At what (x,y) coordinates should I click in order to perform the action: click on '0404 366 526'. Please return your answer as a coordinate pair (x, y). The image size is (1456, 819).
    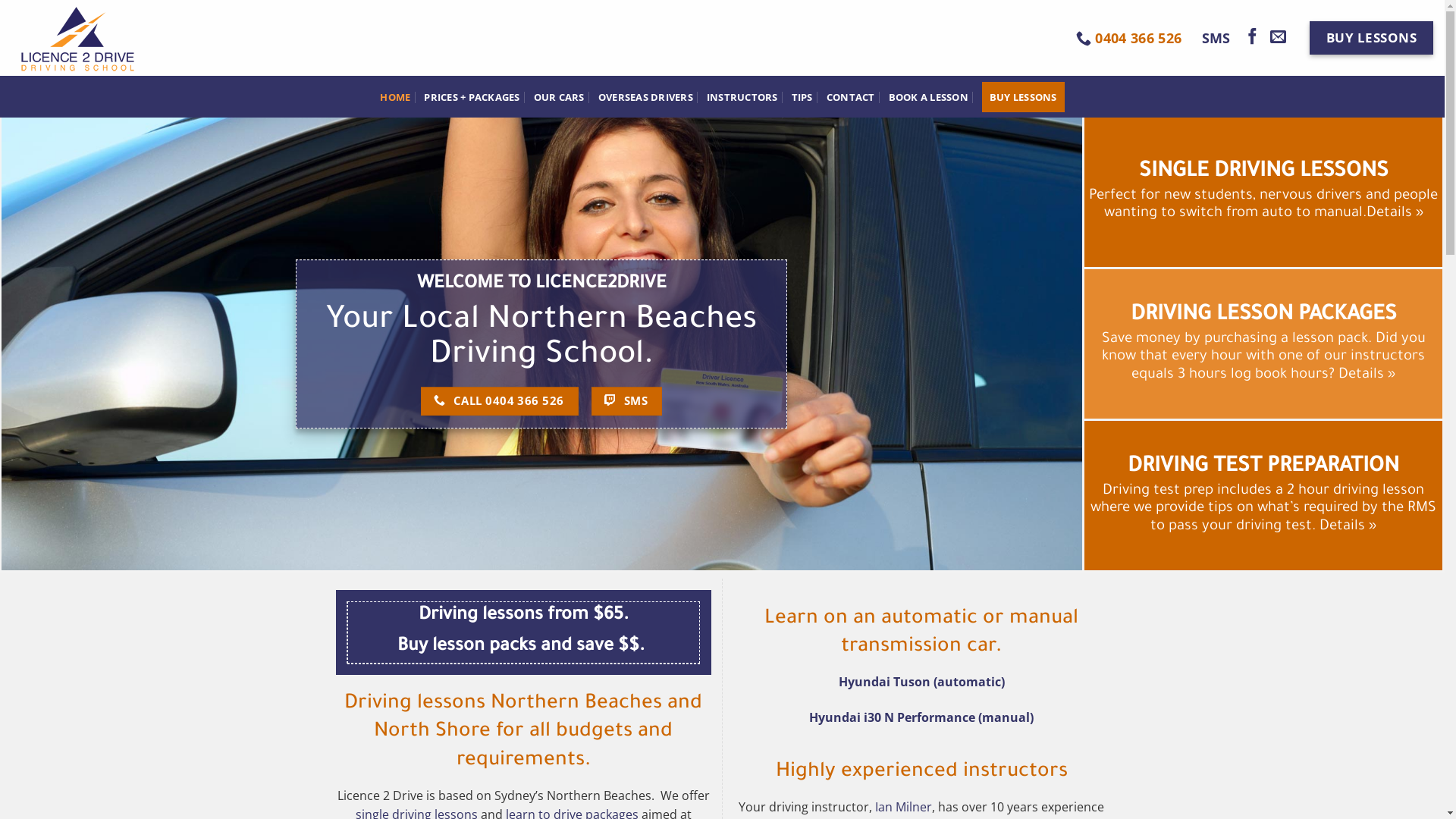
    Looking at the image, I should click on (1128, 37).